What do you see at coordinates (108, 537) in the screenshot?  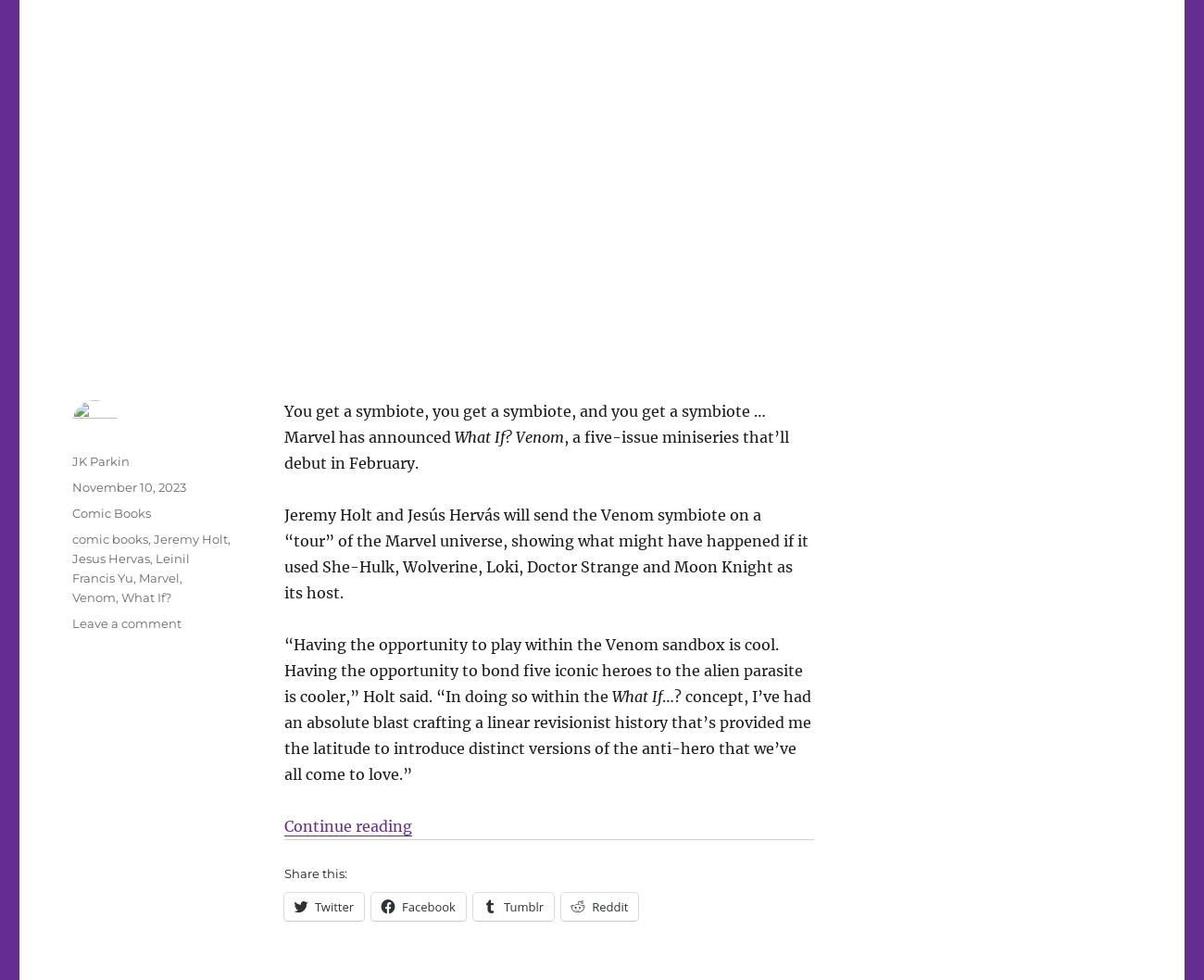 I see `'comic books'` at bounding box center [108, 537].